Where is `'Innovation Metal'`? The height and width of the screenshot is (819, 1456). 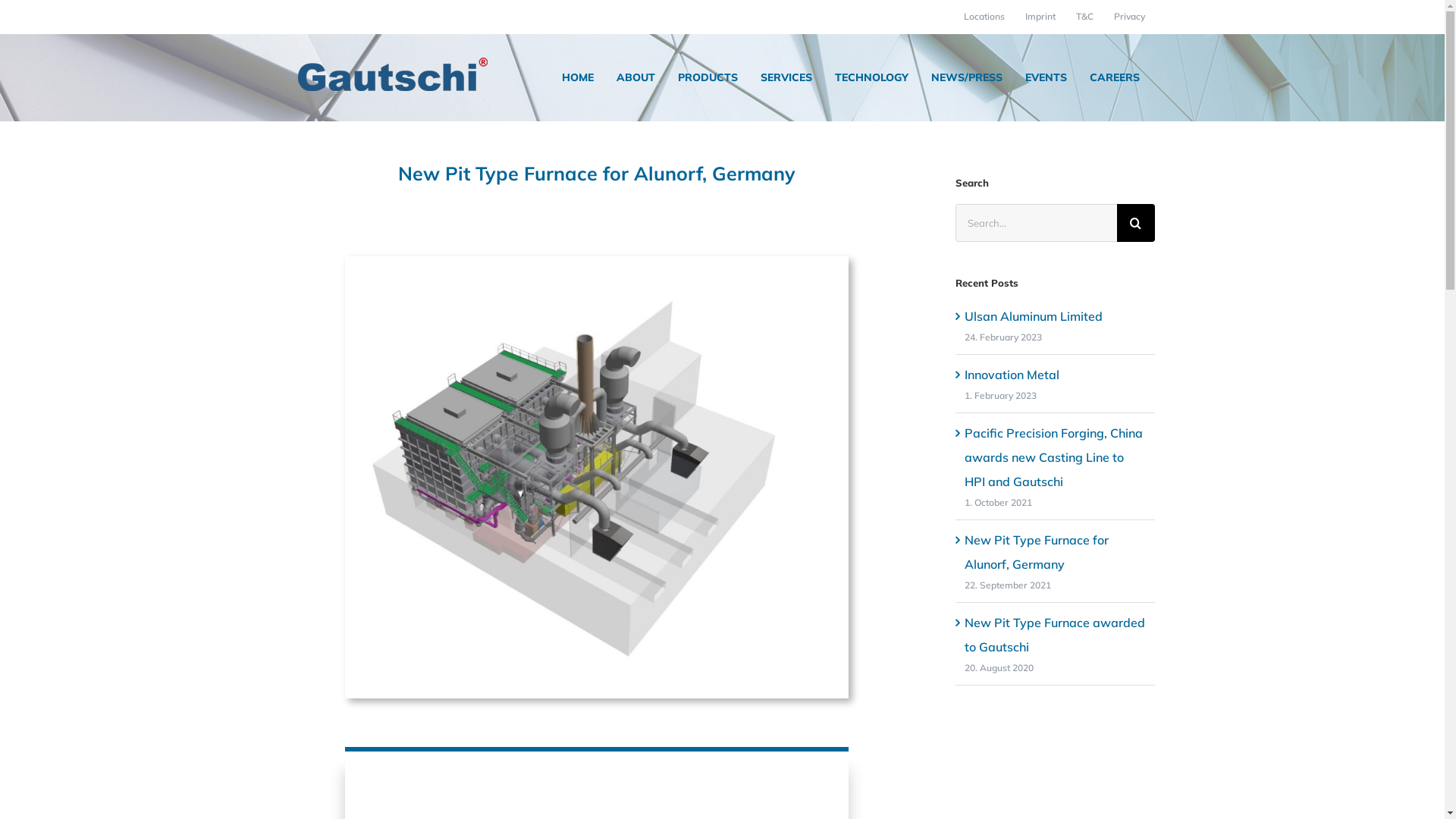
'Innovation Metal' is located at coordinates (1012, 374).